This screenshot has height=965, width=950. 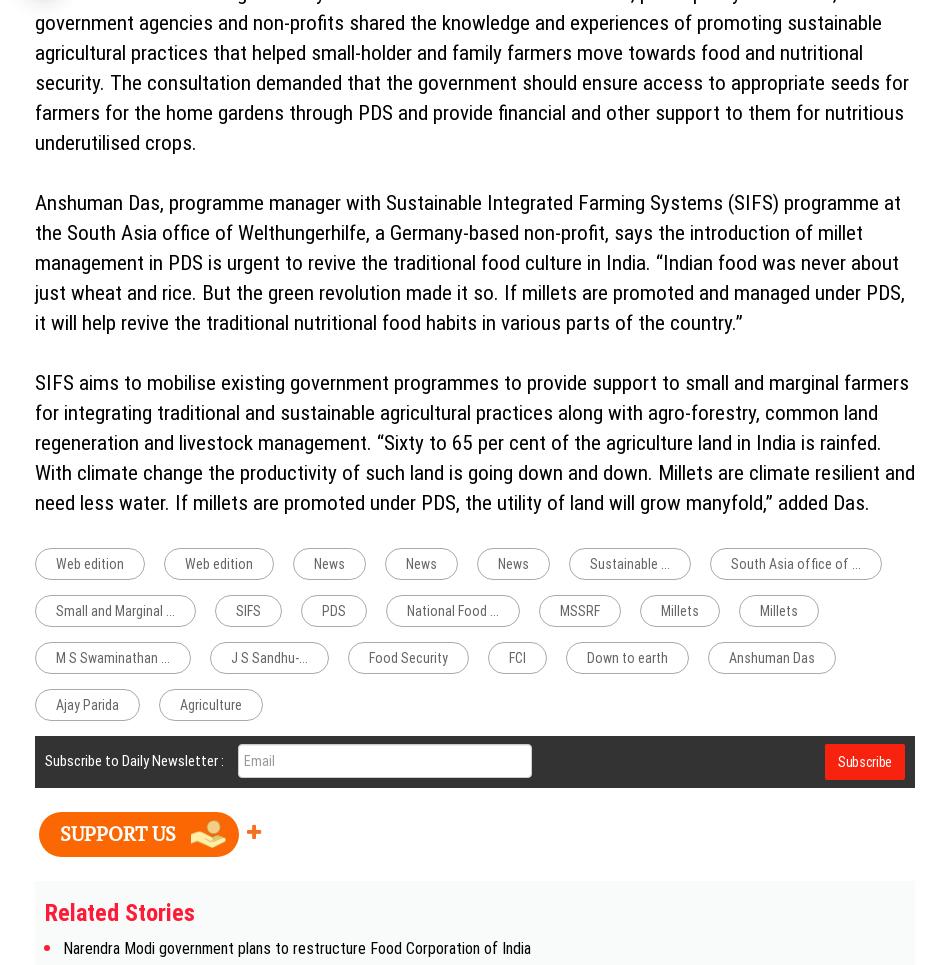 What do you see at coordinates (579, 610) in the screenshot?
I see `'MSSRF'` at bounding box center [579, 610].